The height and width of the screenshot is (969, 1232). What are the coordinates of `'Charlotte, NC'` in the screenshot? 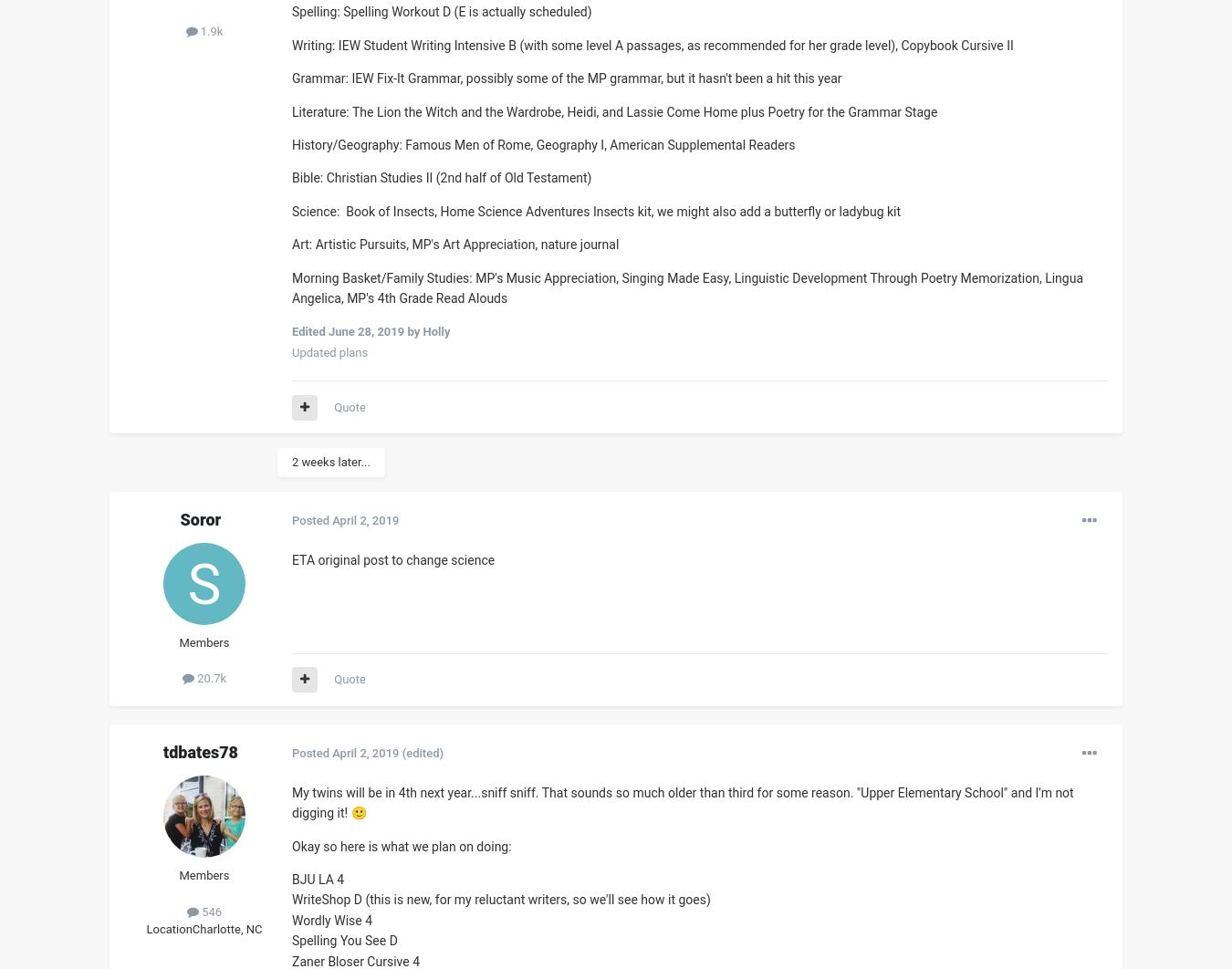 It's located at (192, 928).